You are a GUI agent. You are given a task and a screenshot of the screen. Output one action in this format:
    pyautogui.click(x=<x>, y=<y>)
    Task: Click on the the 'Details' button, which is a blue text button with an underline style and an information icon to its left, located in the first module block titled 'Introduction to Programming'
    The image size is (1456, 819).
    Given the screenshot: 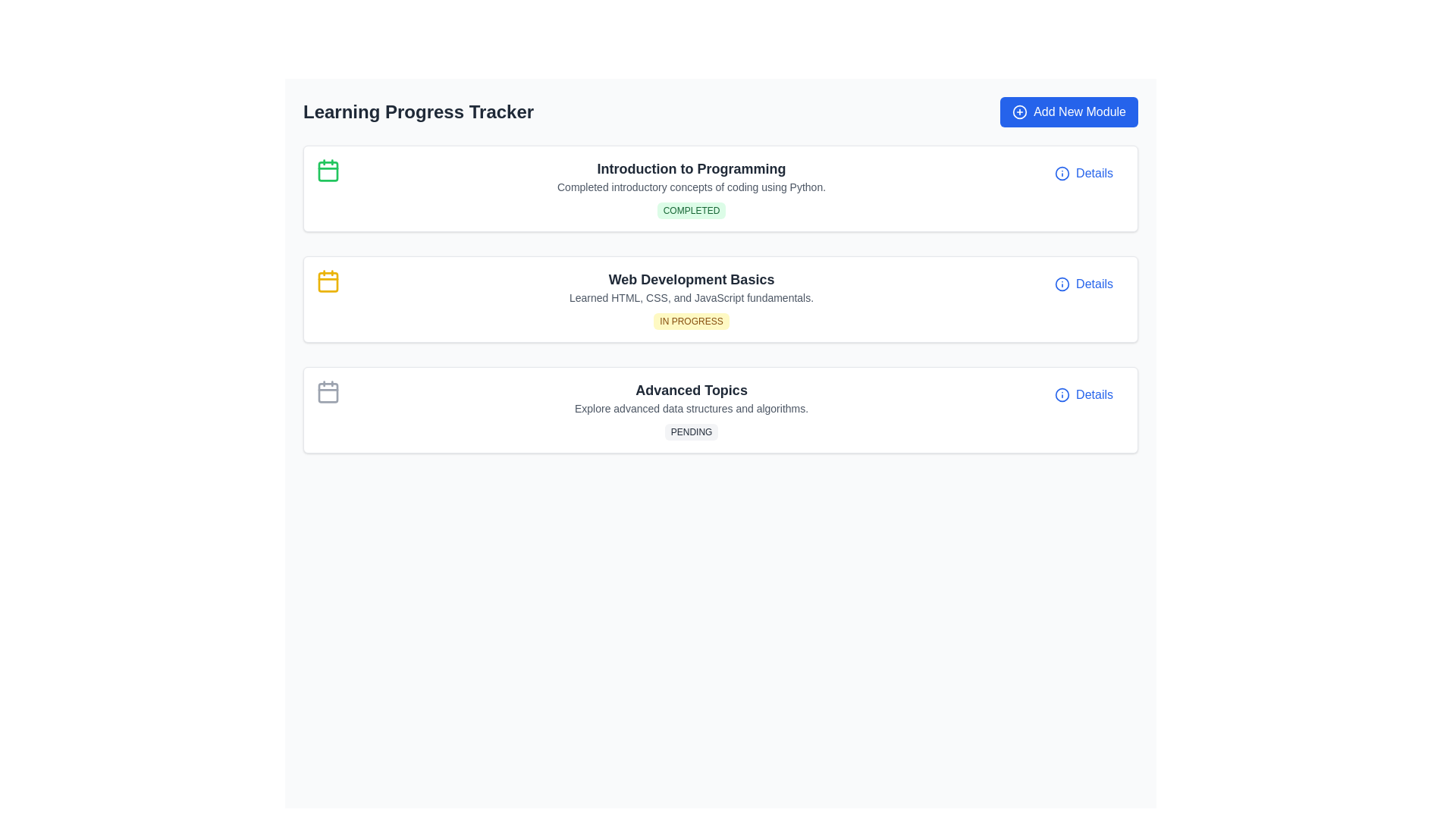 What is the action you would take?
    pyautogui.click(x=1083, y=172)
    